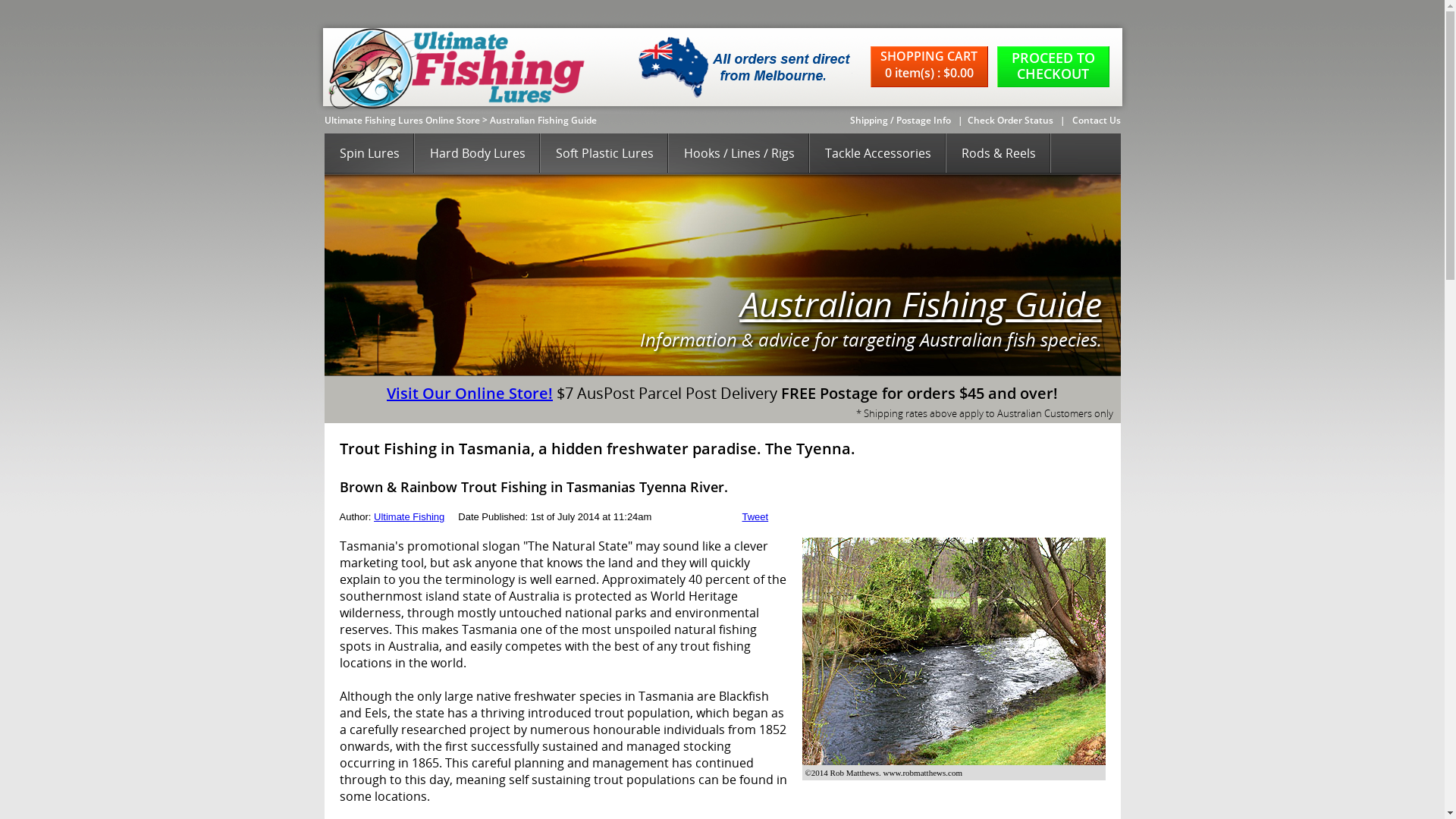 This screenshot has height=819, width=1456. Describe the element at coordinates (603, 154) in the screenshot. I see `'Soft Plastic Lures'` at that location.